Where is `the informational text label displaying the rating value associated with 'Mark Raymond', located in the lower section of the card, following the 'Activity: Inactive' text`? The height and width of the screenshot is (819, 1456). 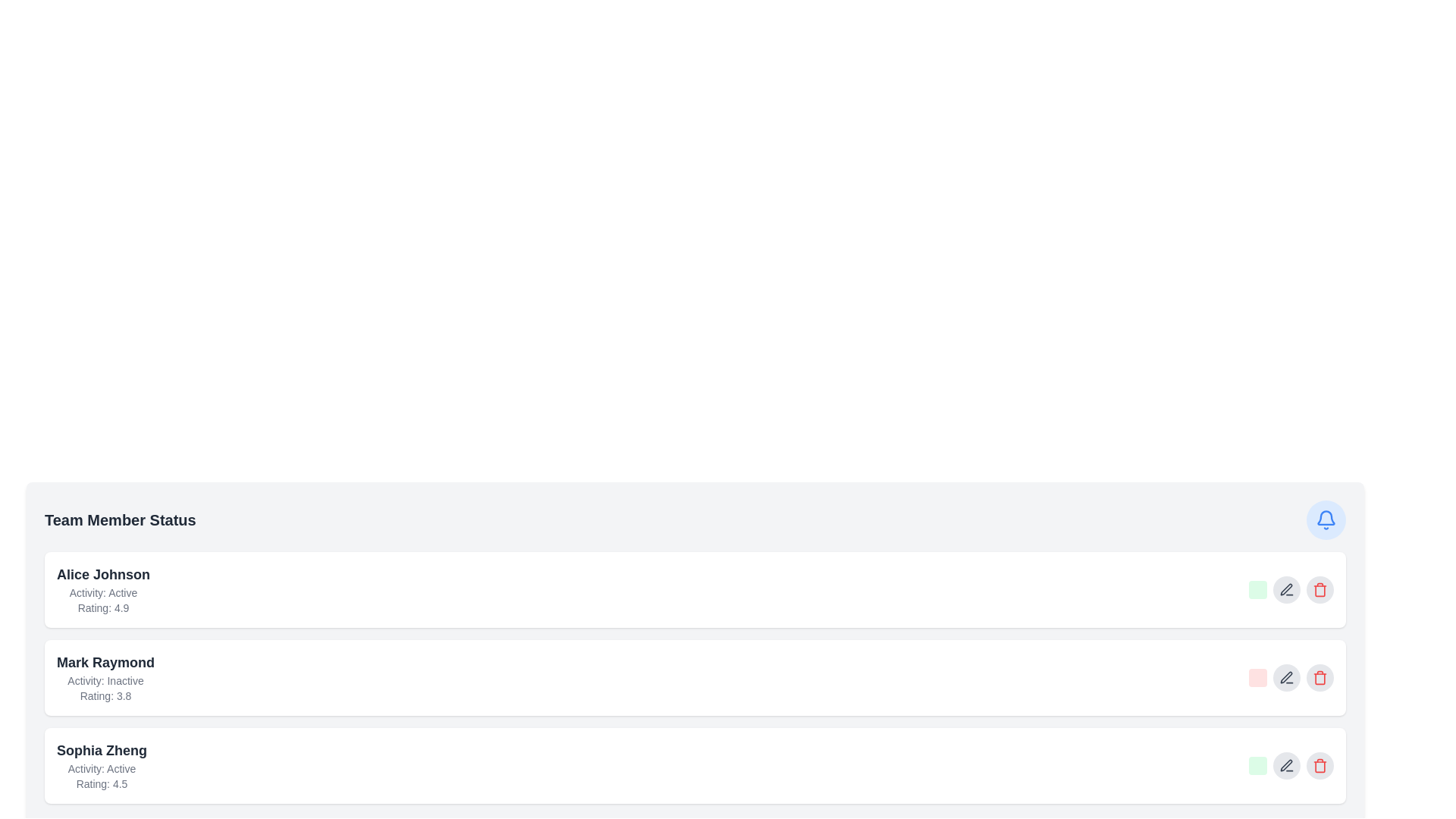 the informational text label displaying the rating value associated with 'Mark Raymond', located in the lower section of the card, following the 'Activity: Inactive' text is located at coordinates (105, 696).